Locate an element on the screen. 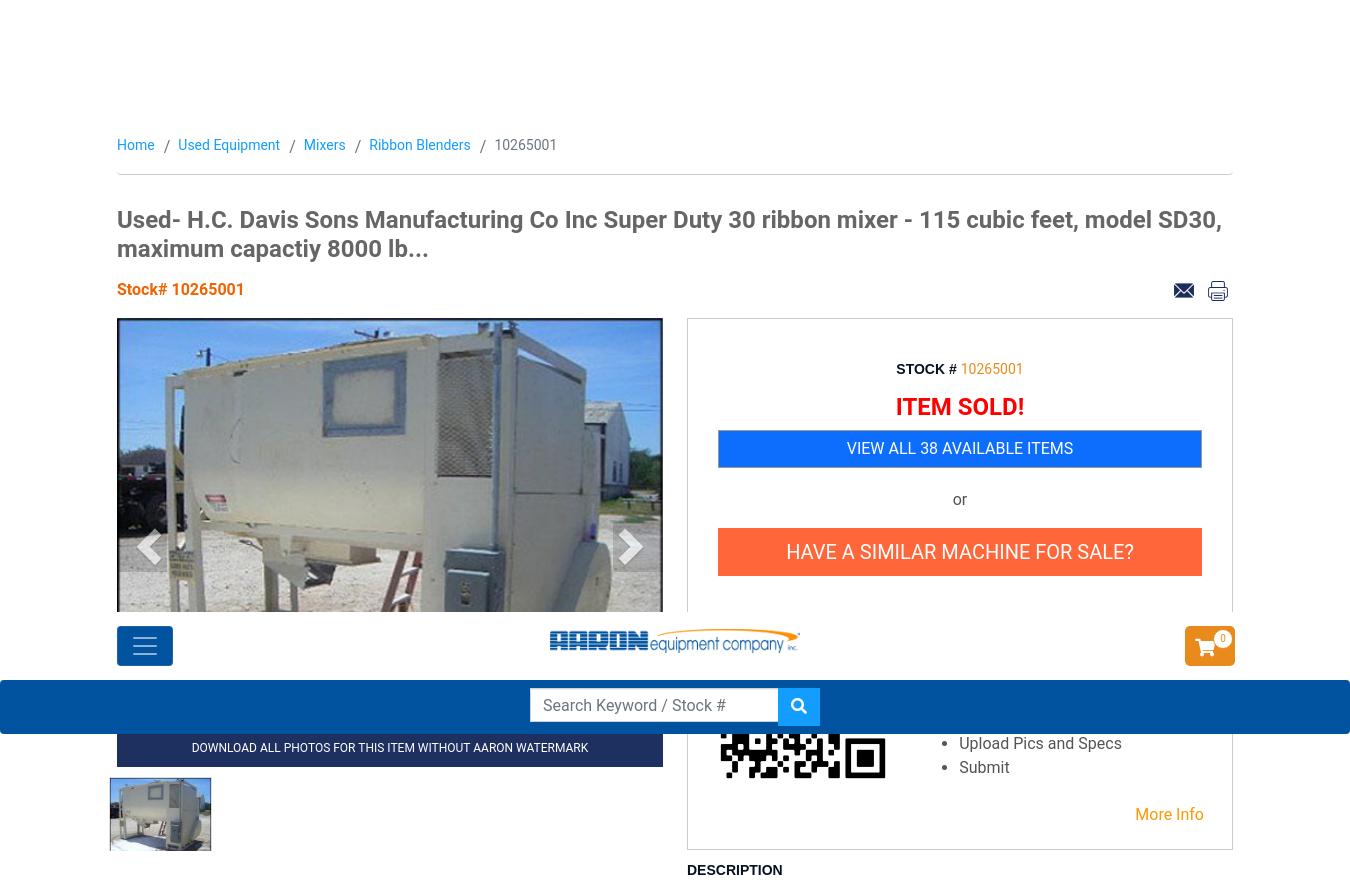 The image size is (1350, 881). '"Aaron Equipment is always my first call for used process equipment. Their inventory and customer service has ensured successful project results every time. Thanks y’all!"' is located at coordinates (958, 664).